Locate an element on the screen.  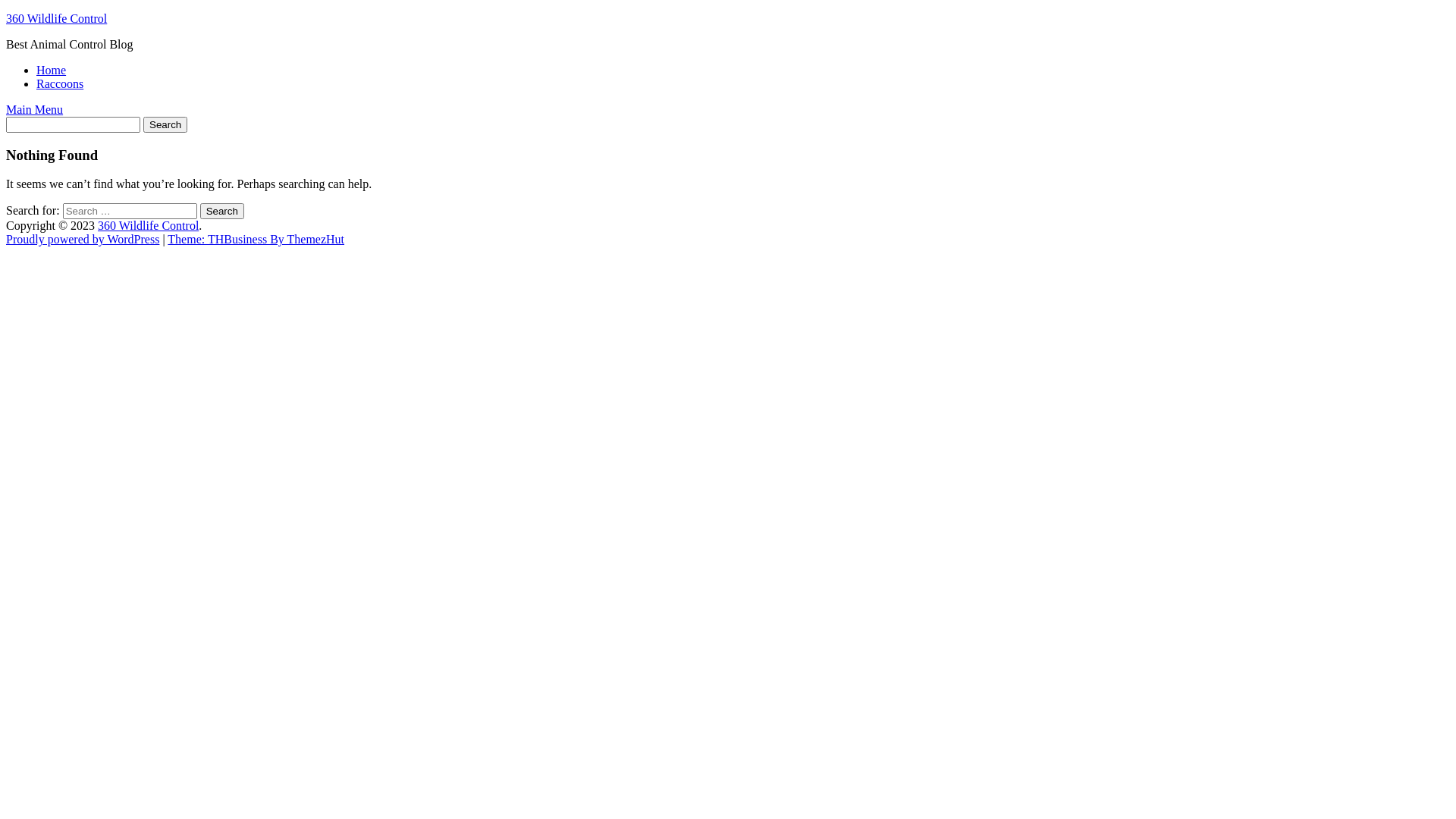
'Theme: THBusiness By ThemezHut' is located at coordinates (256, 239).